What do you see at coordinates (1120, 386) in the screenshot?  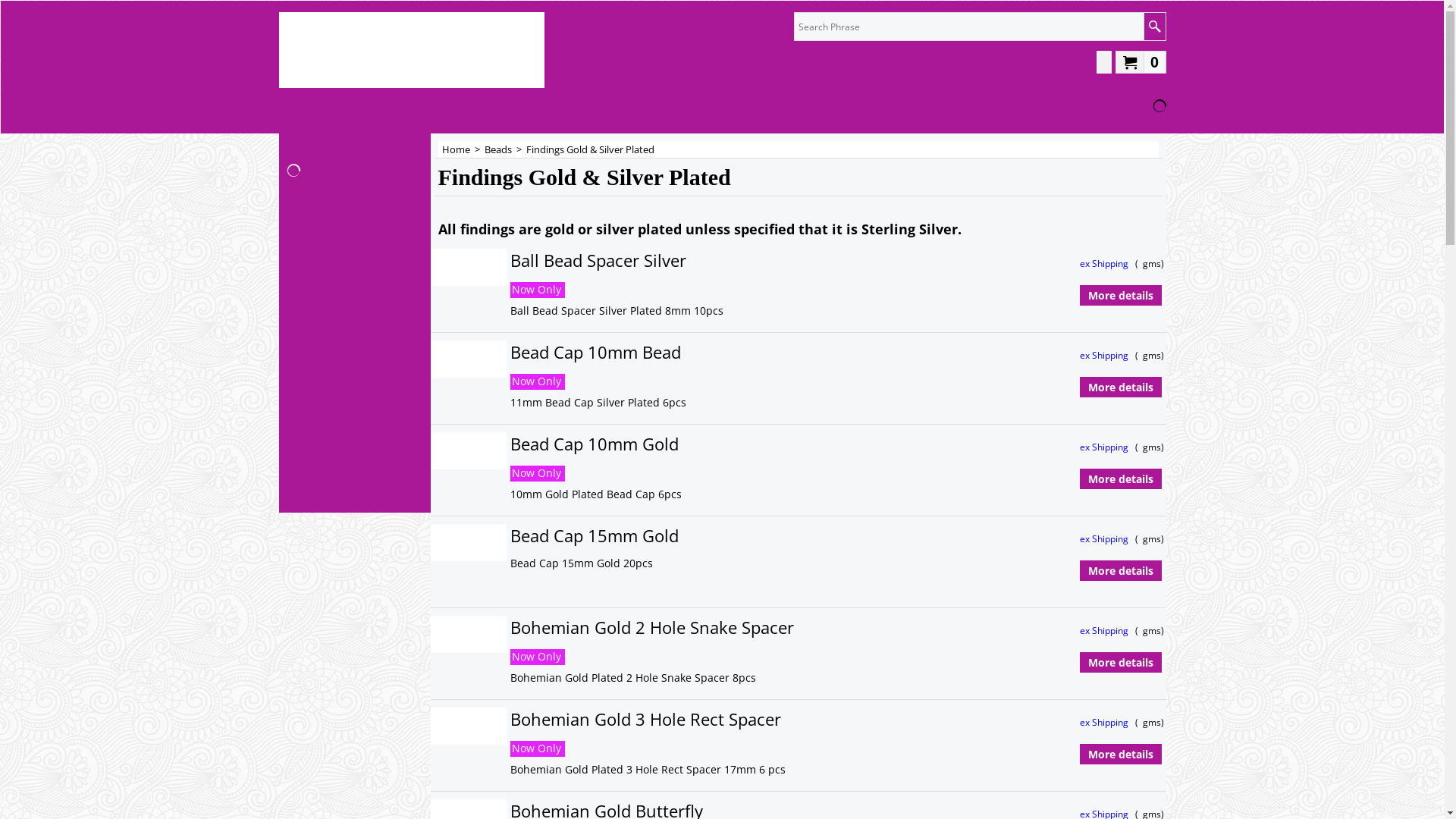 I see `'More details'` at bounding box center [1120, 386].